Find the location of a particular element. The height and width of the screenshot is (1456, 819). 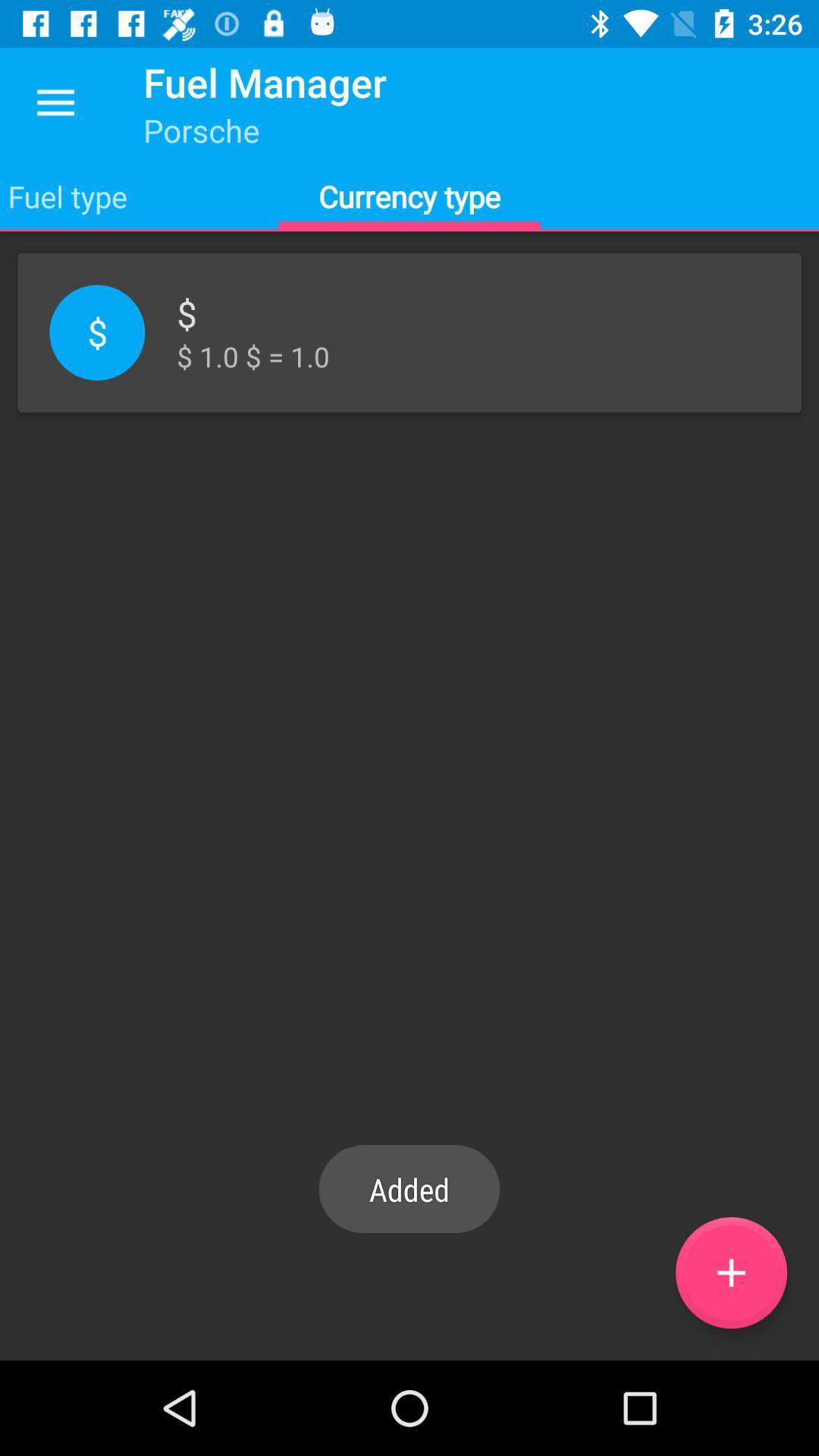

new is located at coordinates (730, 1272).